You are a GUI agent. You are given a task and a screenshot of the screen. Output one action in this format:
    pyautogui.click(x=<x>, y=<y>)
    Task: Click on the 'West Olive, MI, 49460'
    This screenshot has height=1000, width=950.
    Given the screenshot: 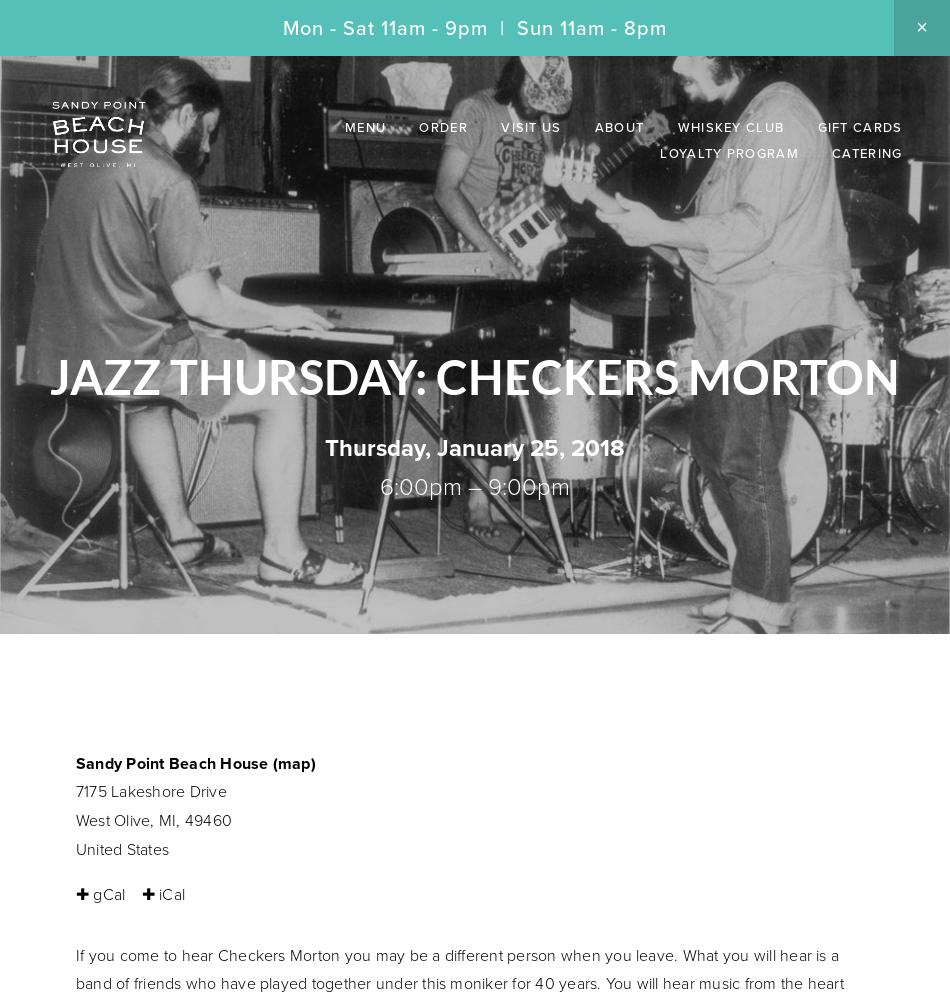 What is the action you would take?
    pyautogui.click(x=76, y=819)
    